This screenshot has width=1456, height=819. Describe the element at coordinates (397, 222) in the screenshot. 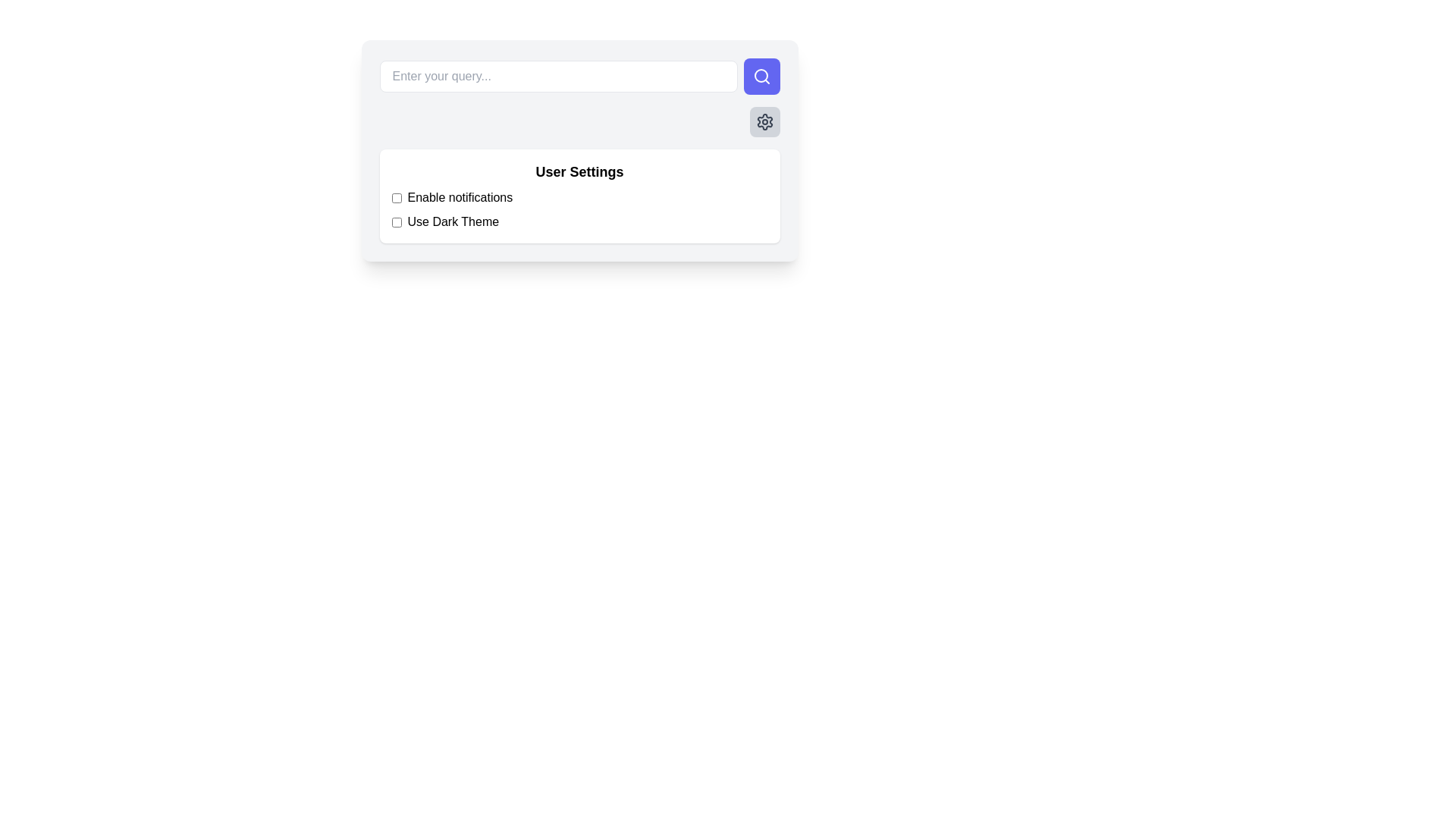

I see `the checkbox styled with a border next to the 'Use Dark Theme' text` at that location.